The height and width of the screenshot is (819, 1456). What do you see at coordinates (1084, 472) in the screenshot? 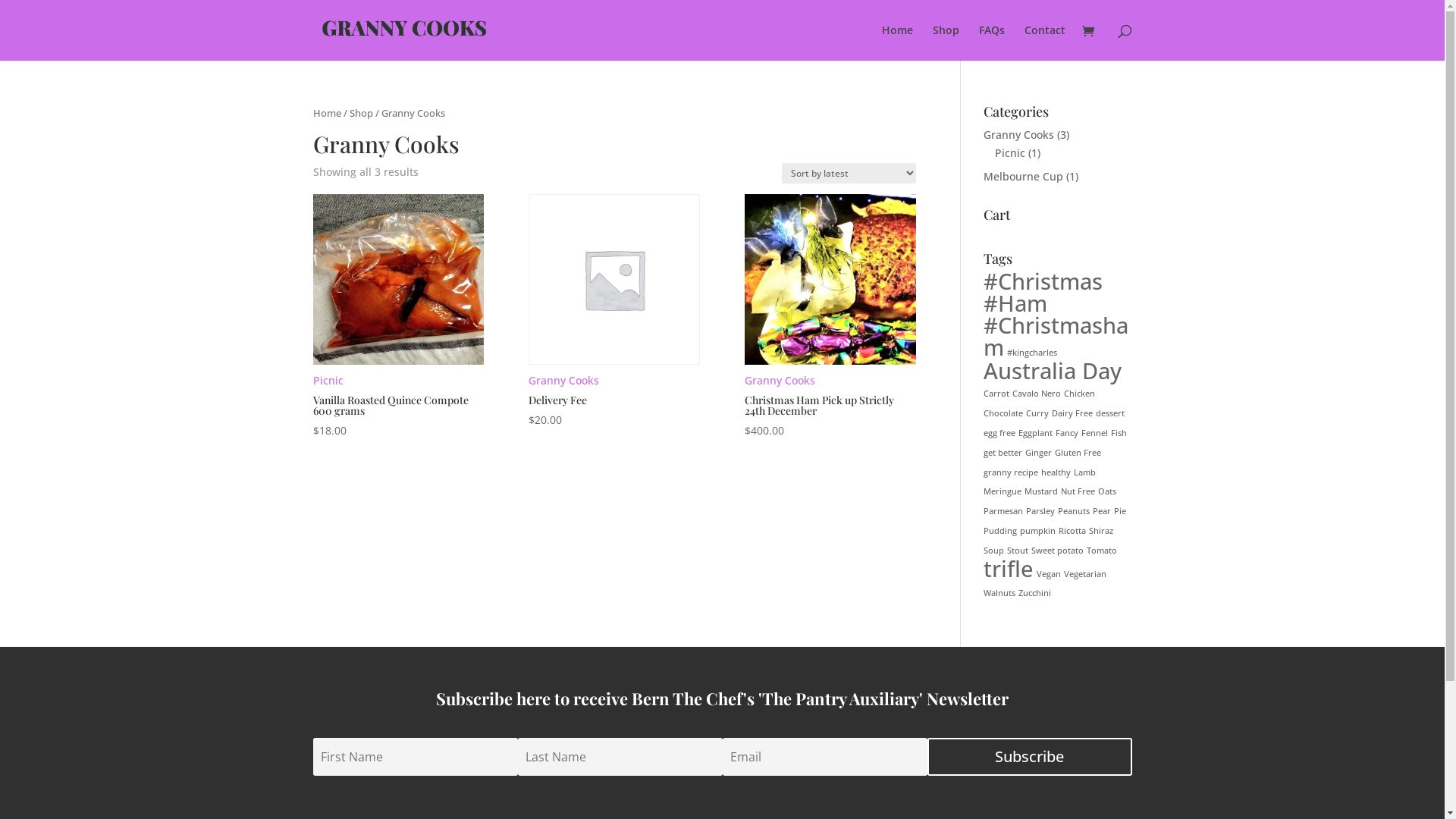
I see `'Lamb'` at bounding box center [1084, 472].